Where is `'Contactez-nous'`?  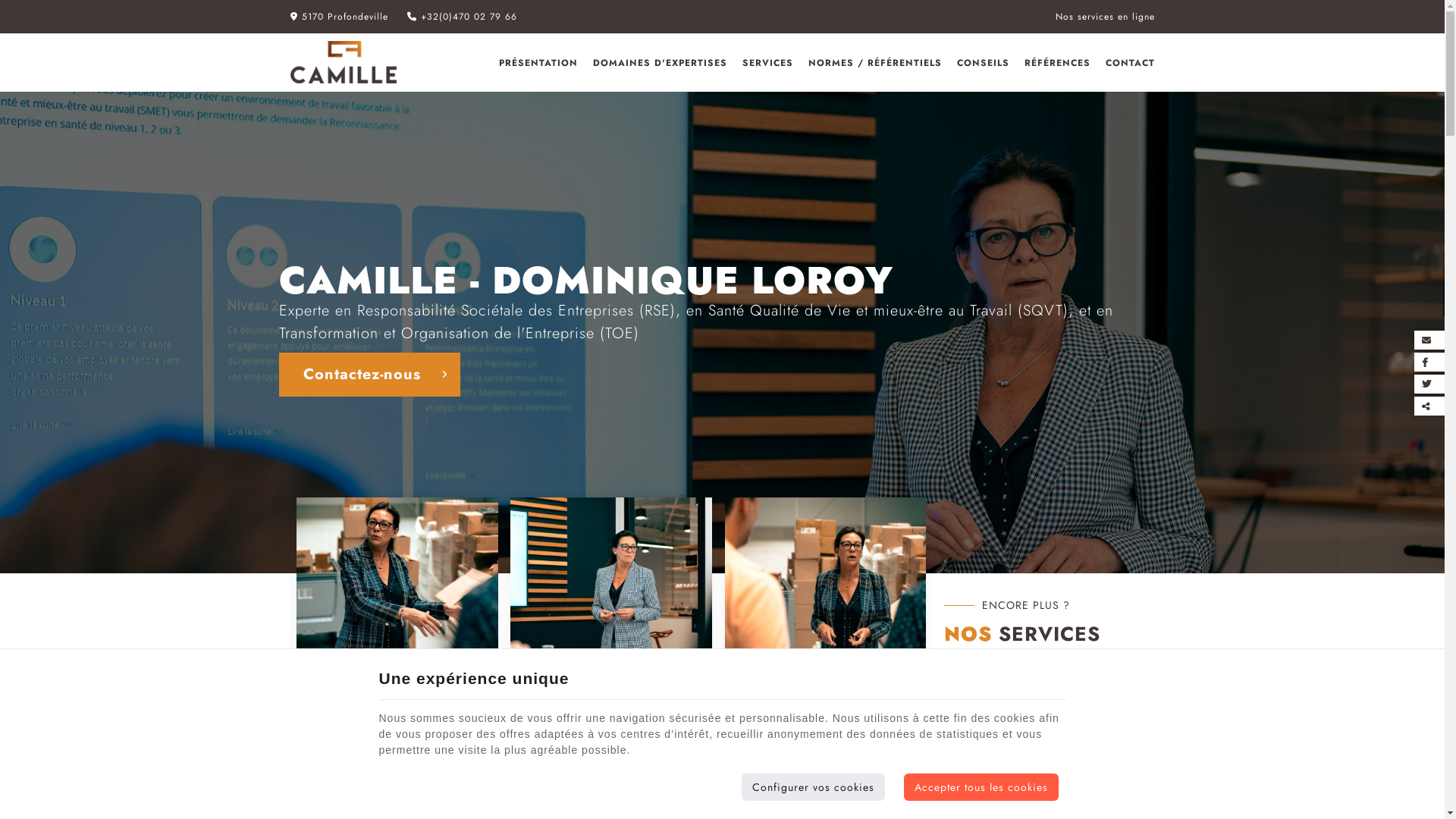
'Contactez-nous' is located at coordinates (369, 374).